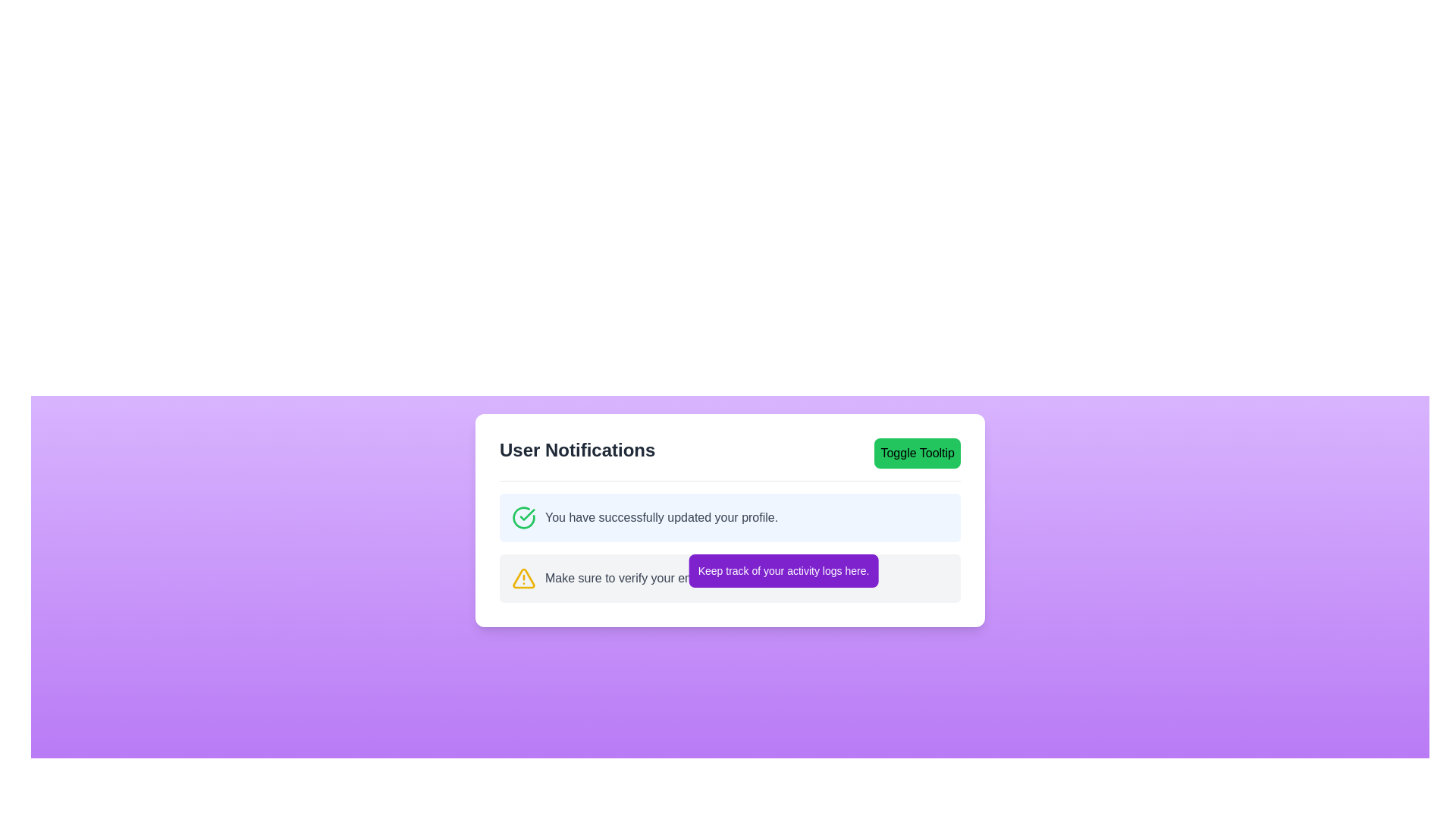 The height and width of the screenshot is (819, 1456). Describe the element at coordinates (730, 579) in the screenshot. I see `the notification message stating 'Make sure to verify your email address.' by interacting with its associated controls` at that location.